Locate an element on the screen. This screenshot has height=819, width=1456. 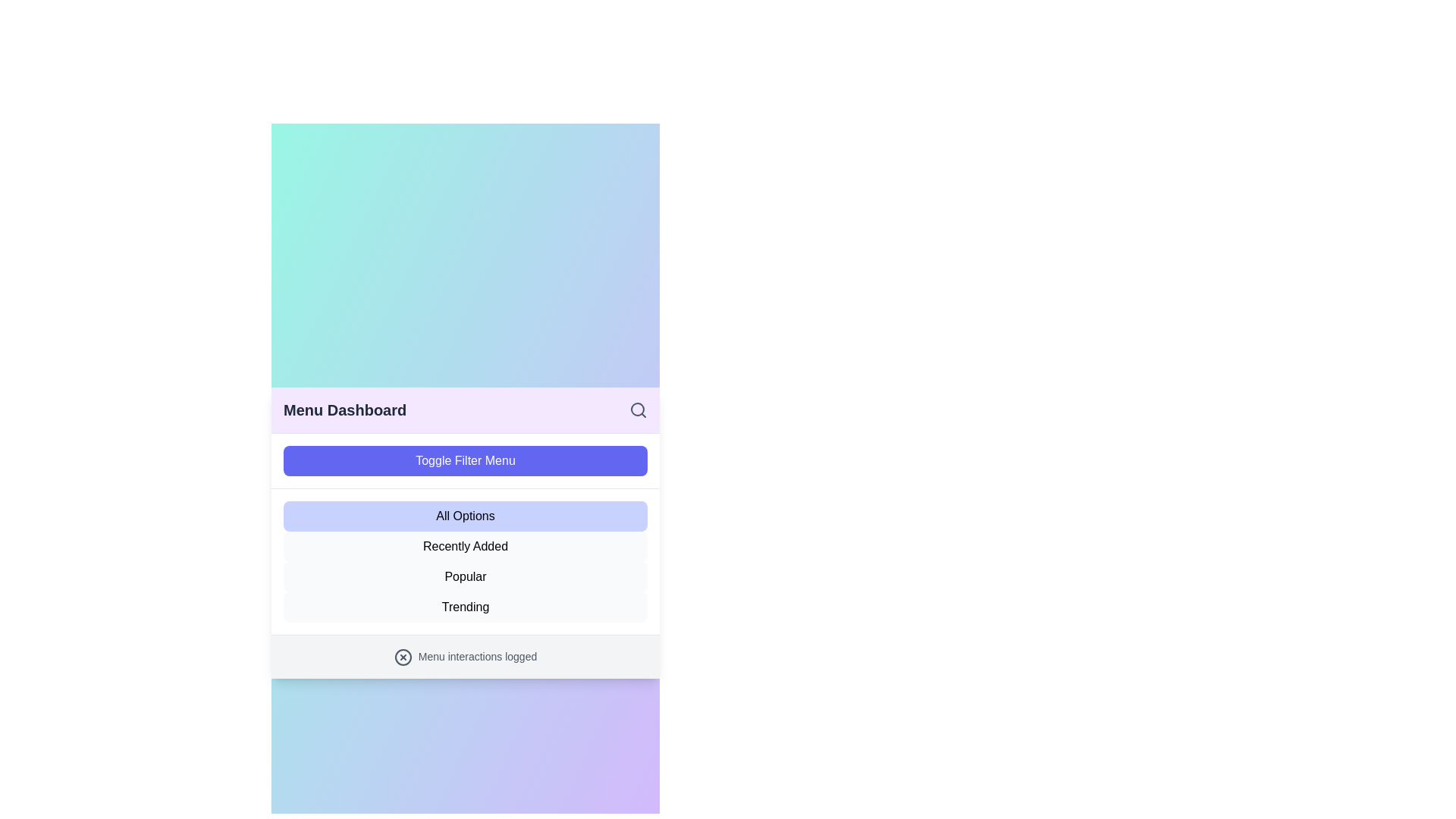
the menu option Trending from the list is located at coordinates (465, 607).